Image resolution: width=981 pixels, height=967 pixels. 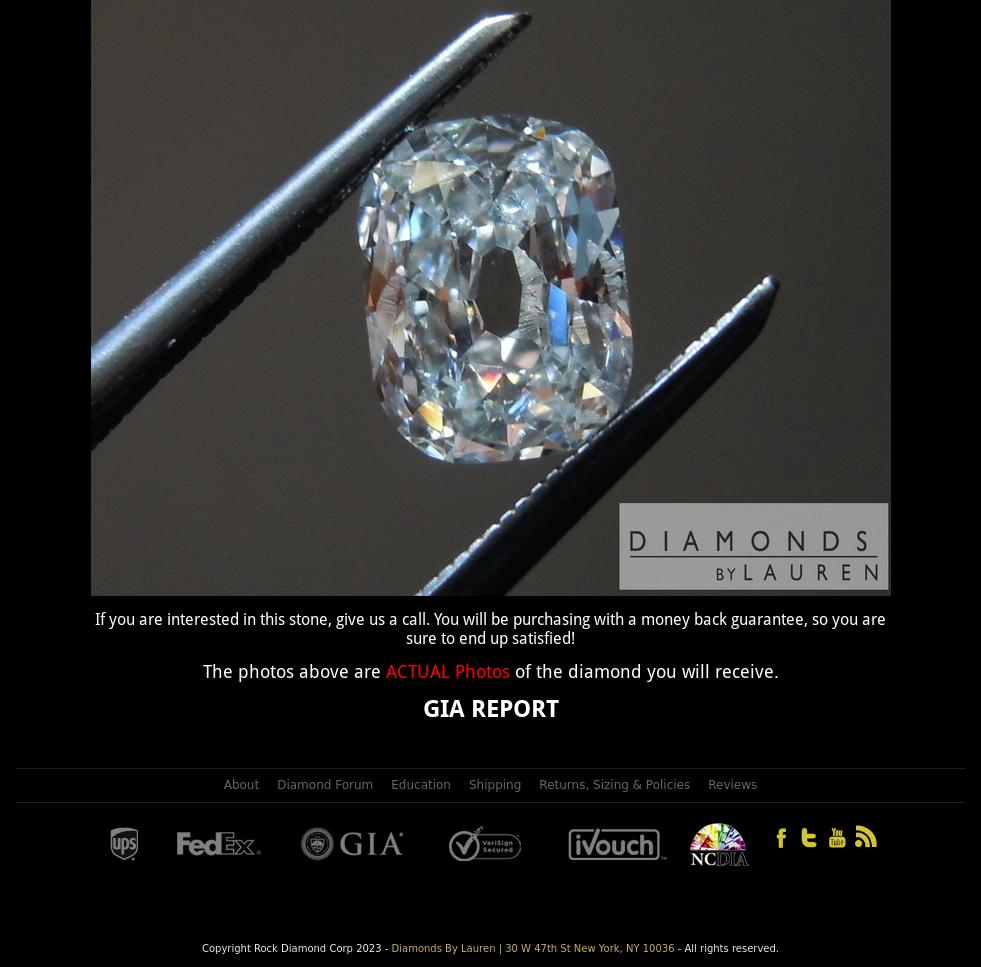 What do you see at coordinates (93, 627) in the screenshot?
I see `'If you are interested in this stone, give us a call. You will be purchasing with a money back guarantee, so you are sure to end up satisfied!'` at bounding box center [93, 627].